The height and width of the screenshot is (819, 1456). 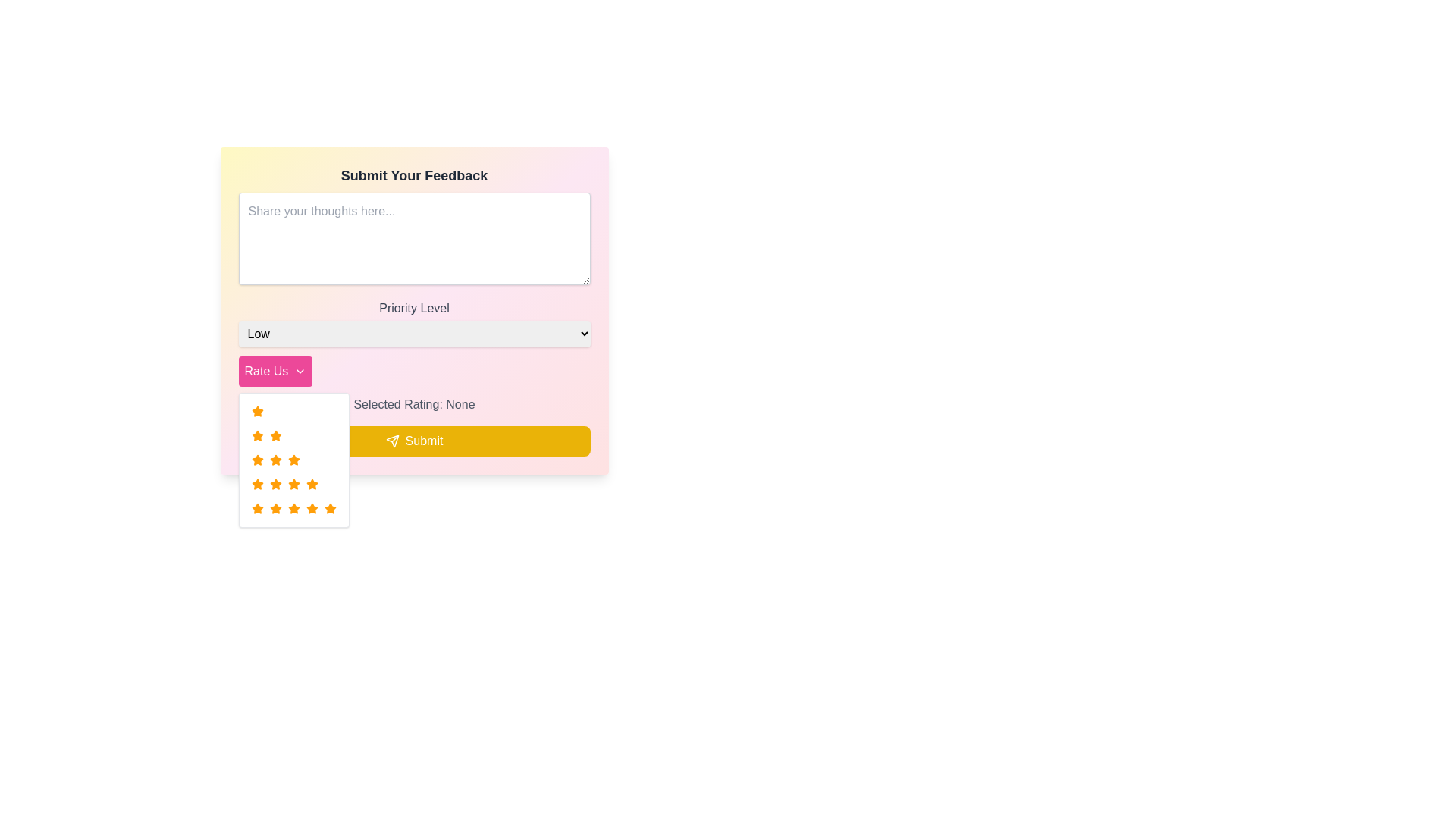 I want to click on the text label that serves as the header for the feedback submission form, positioned at the top of the rectangular panel, so click(x=414, y=174).